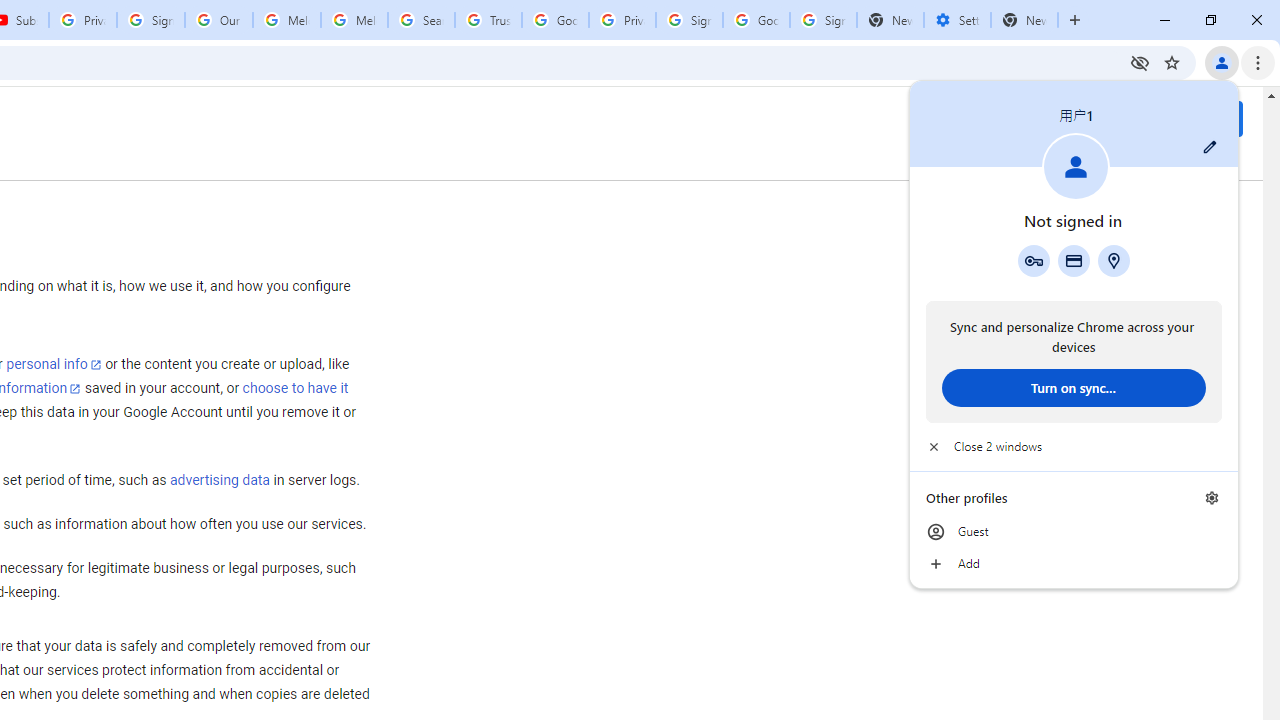  I want to click on 'Addresses and more', so click(1113, 260).